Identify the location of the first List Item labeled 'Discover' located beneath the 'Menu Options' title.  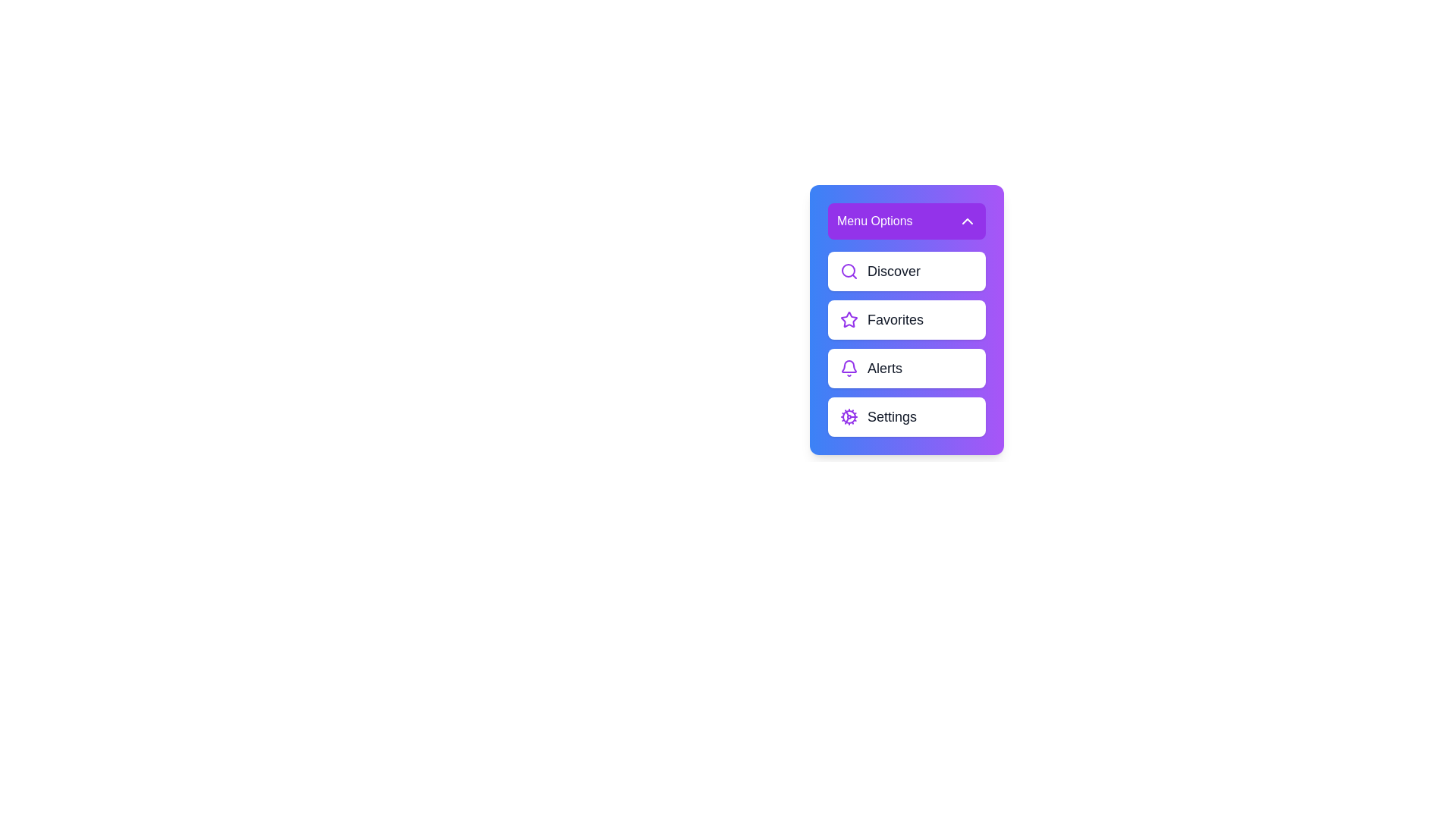
(906, 271).